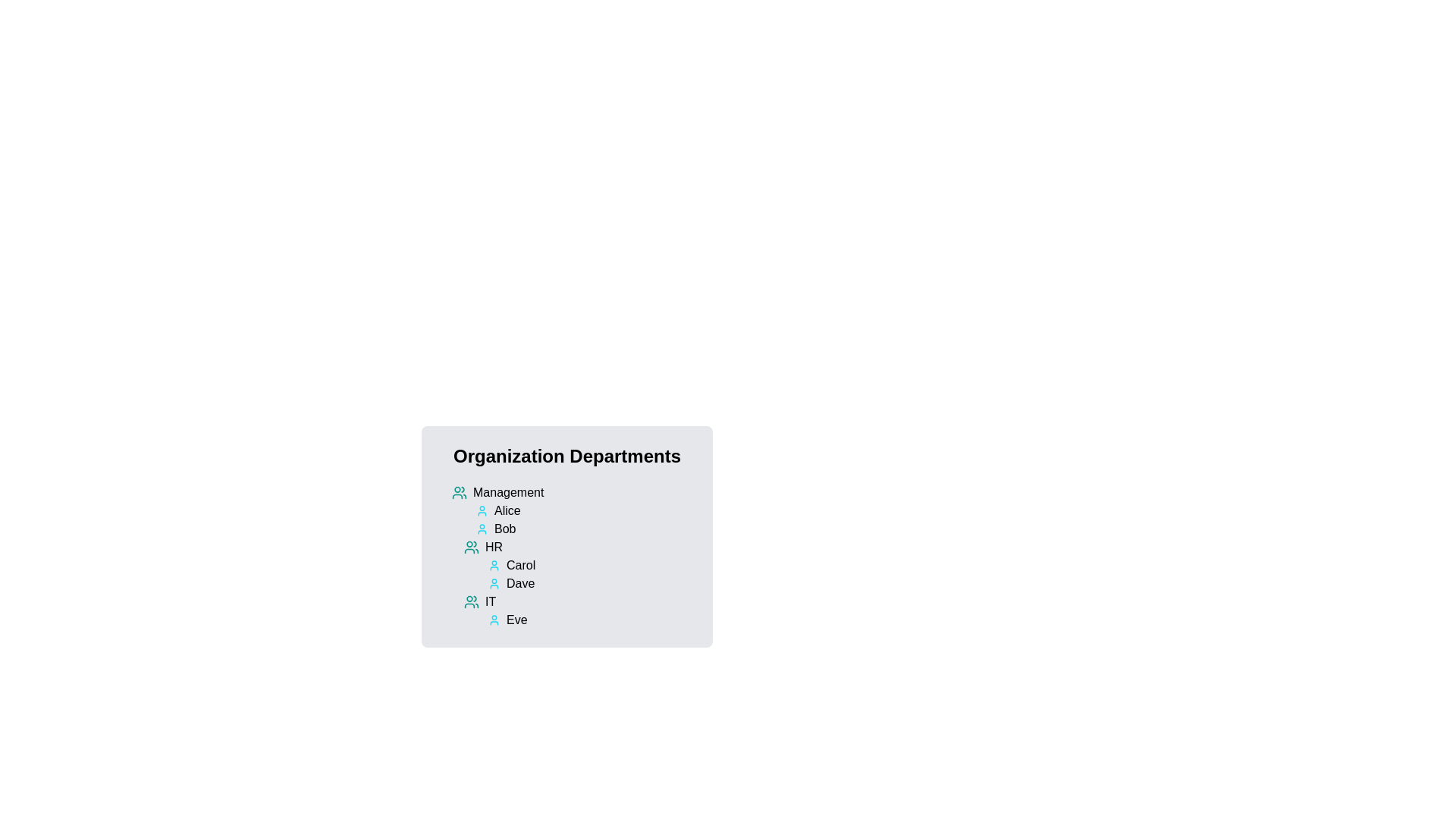 This screenshot has width=1456, height=819. What do you see at coordinates (578, 610) in the screenshot?
I see `the list item representing 'Eve' in the 'IT' department of the organization chart, which is the last item in the section` at bounding box center [578, 610].